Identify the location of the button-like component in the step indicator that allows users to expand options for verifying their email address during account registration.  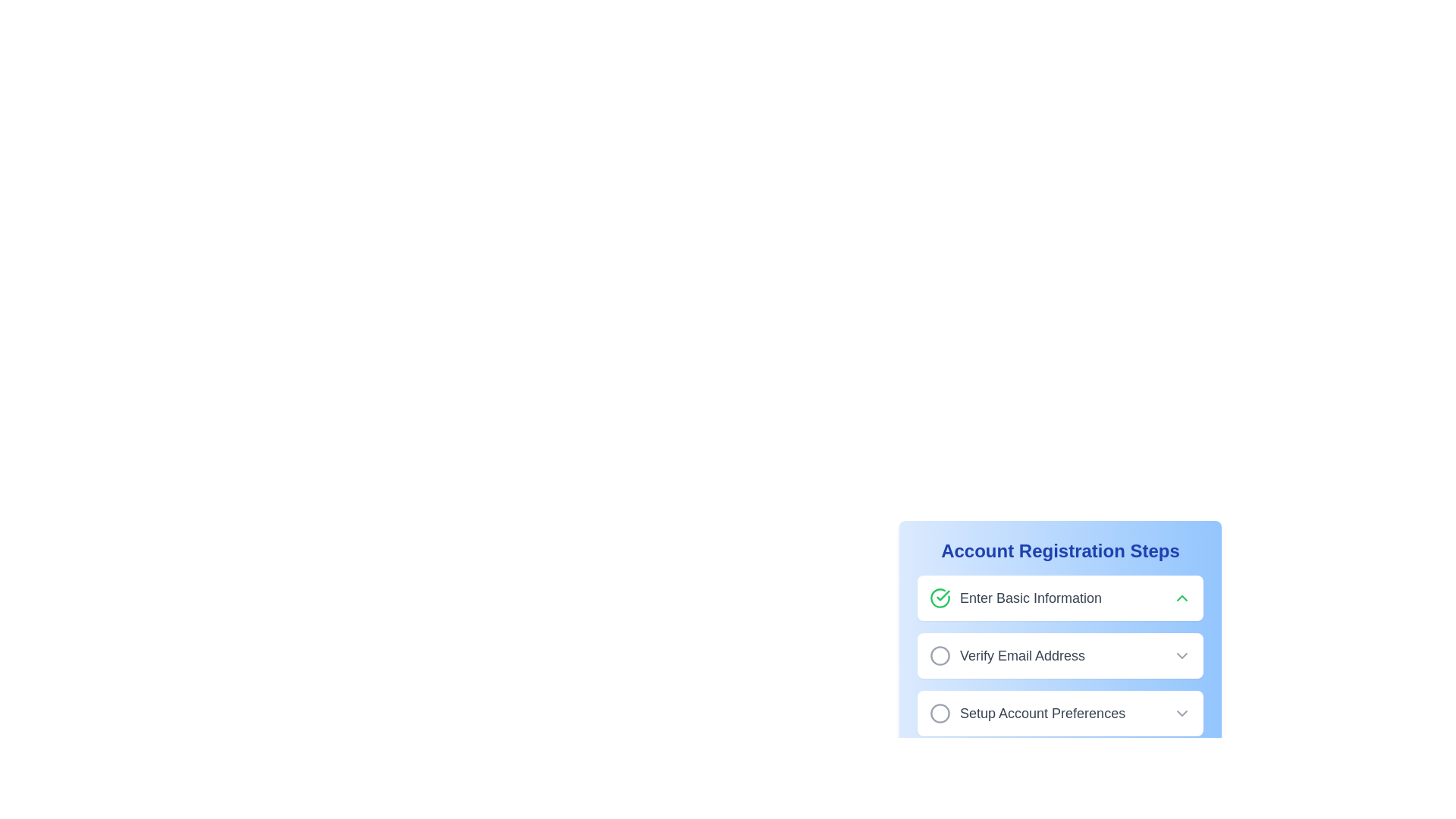
(1059, 654).